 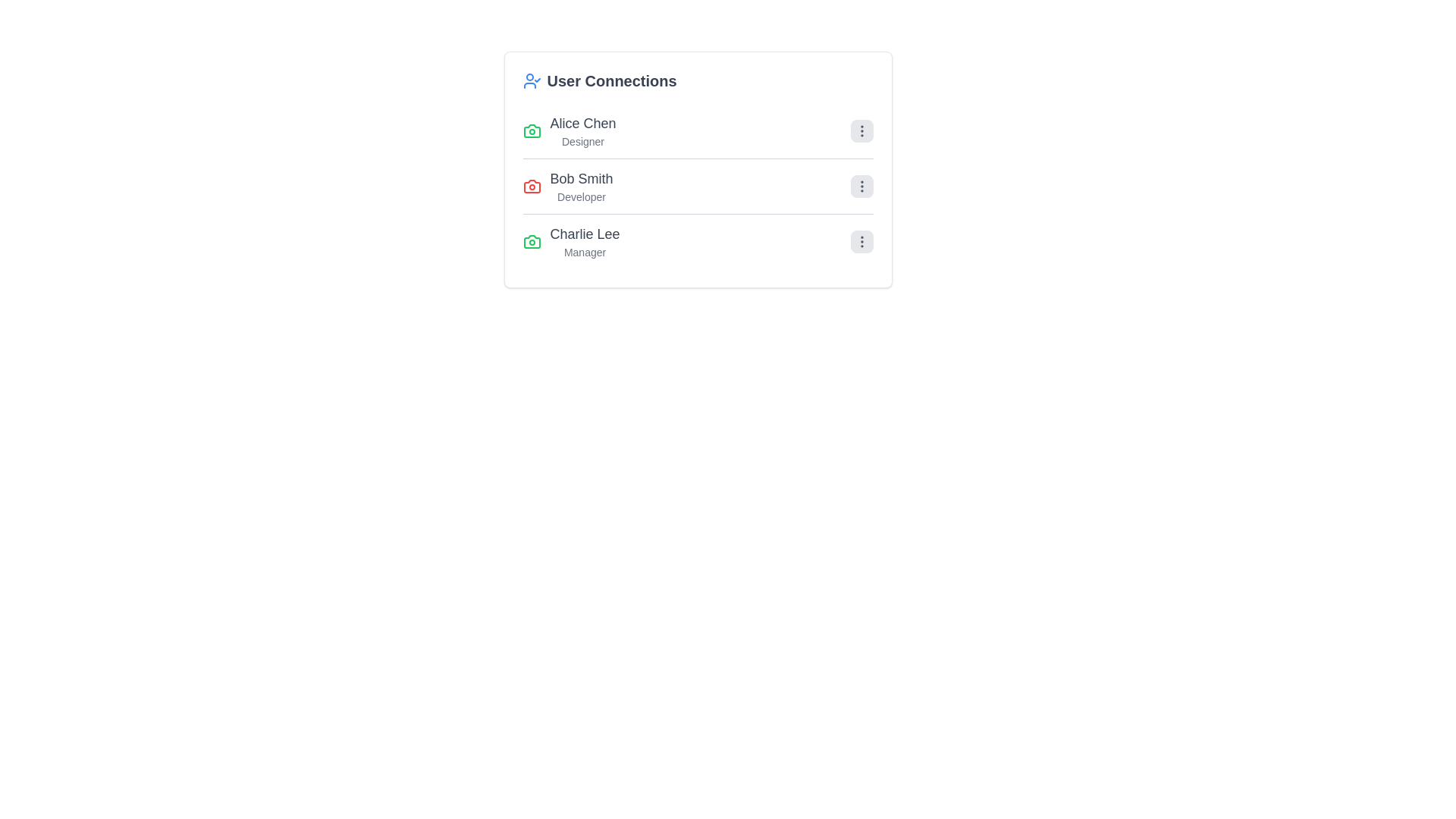 What do you see at coordinates (584, 241) in the screenshot?
I see `the text label displaying user profile information, positioned below 'Alice Chen' and 'Bob Smith' in the 'User Connections' card interface` at bounding box center [584, 241].